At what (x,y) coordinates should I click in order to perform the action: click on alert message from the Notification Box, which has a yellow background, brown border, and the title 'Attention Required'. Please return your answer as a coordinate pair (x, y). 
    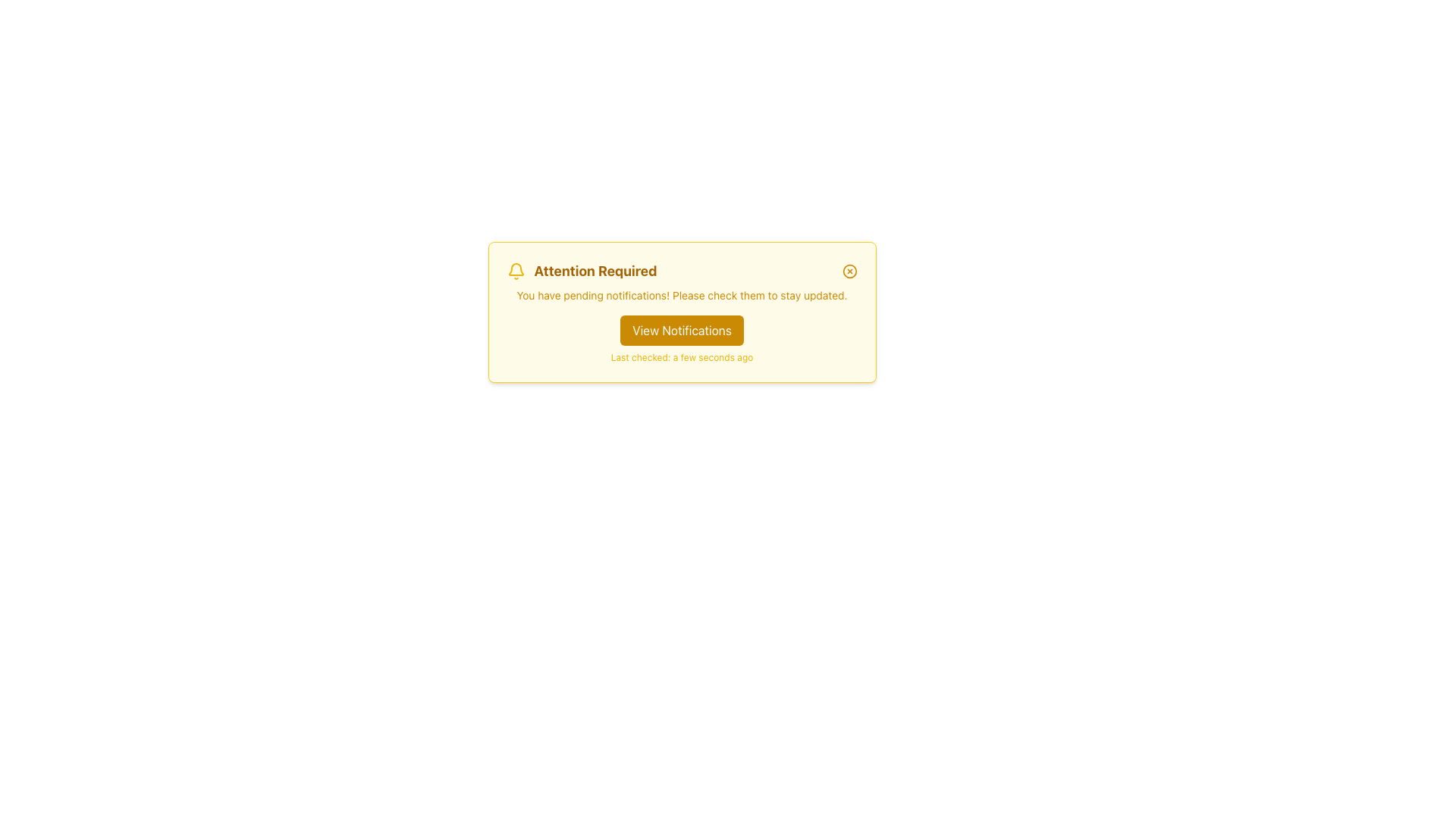
    Looking at the image, I should click on (681, 312).